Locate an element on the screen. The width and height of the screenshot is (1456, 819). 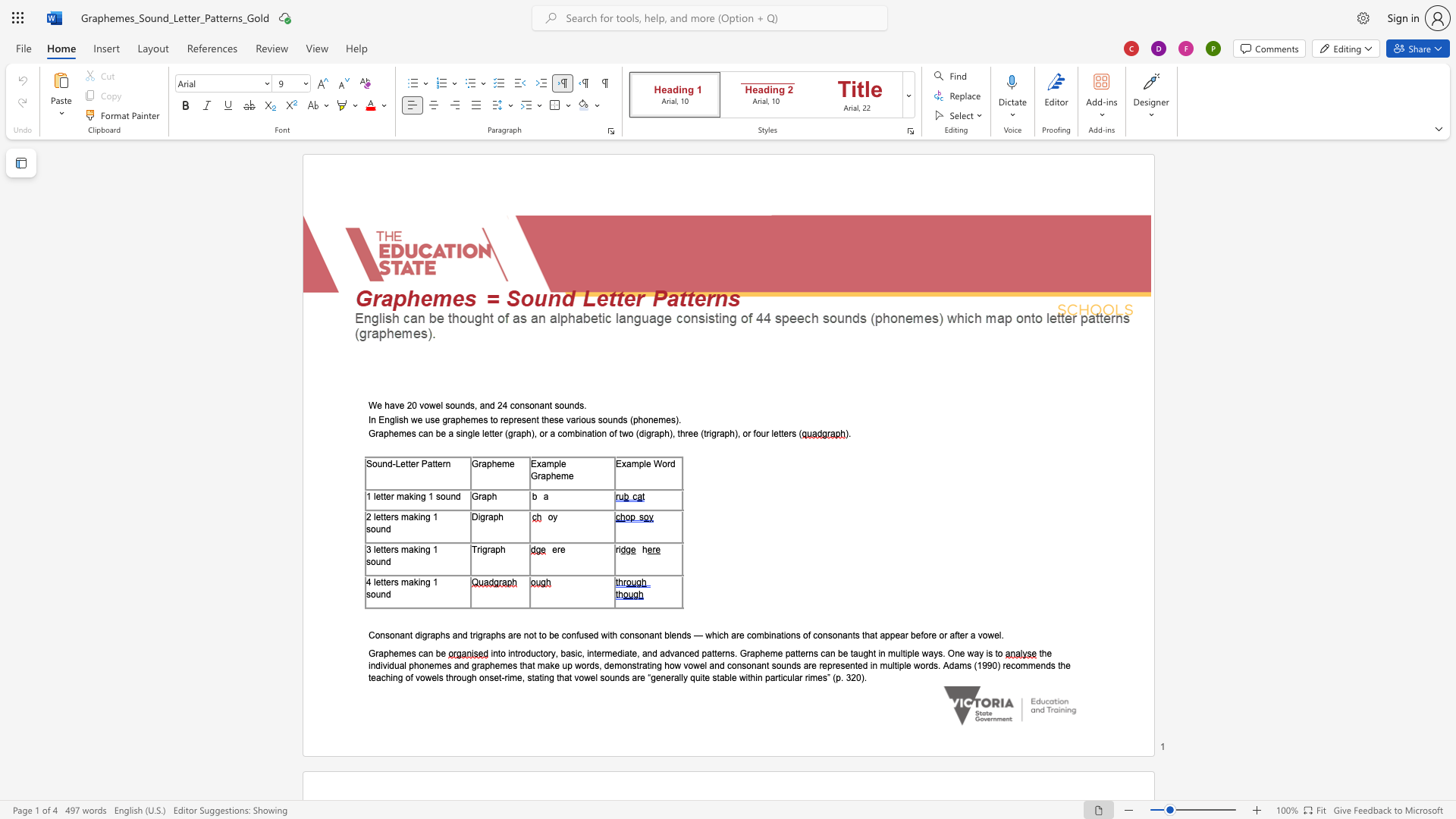
the 2th character "p" in the text is located at coordinates (548, 475).